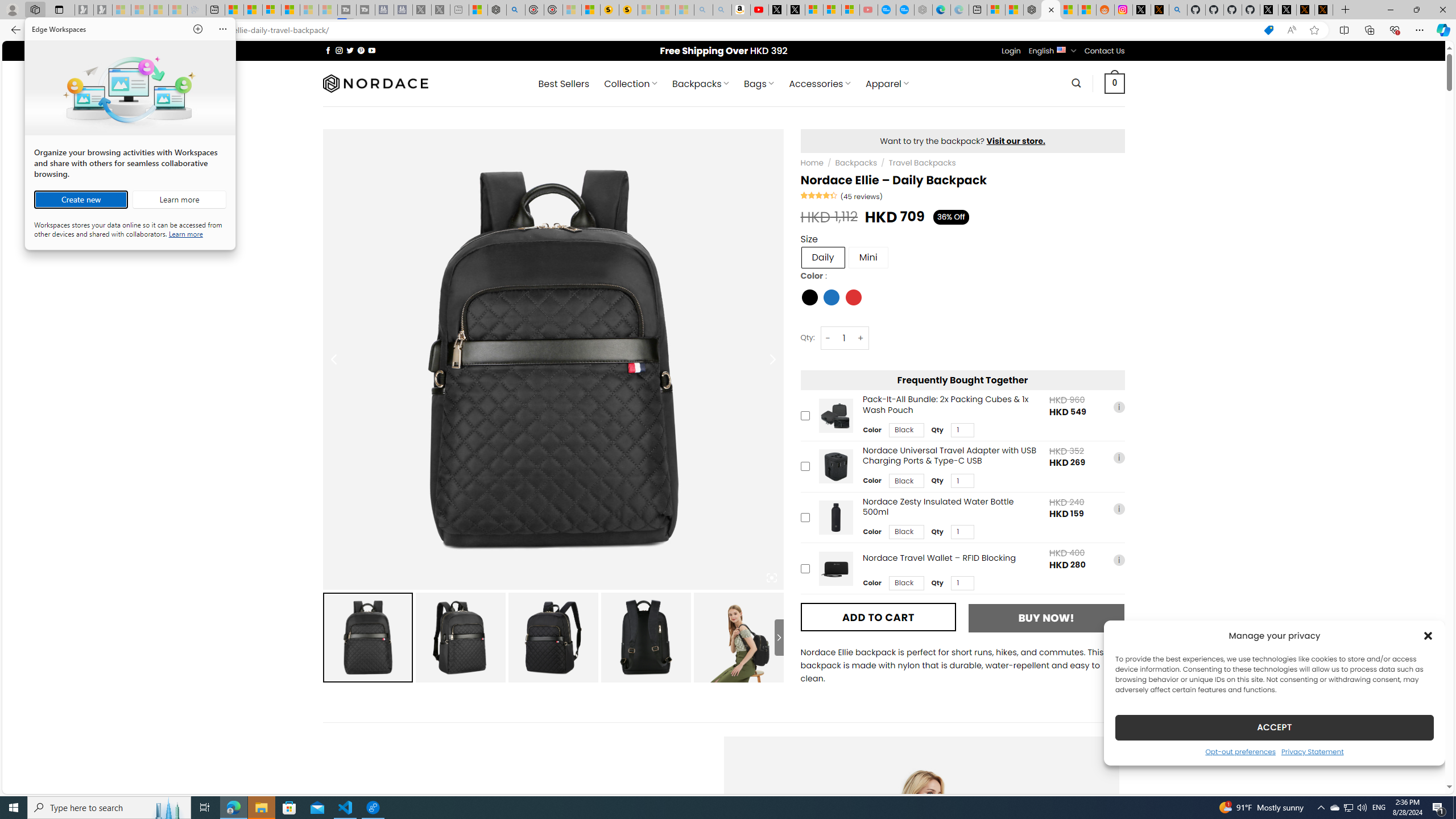  What do you see at coordinates (345, 806) in the screenshot?
I see `'Visual Studio Code - 1 running window'` at bounding box center [345, 806].